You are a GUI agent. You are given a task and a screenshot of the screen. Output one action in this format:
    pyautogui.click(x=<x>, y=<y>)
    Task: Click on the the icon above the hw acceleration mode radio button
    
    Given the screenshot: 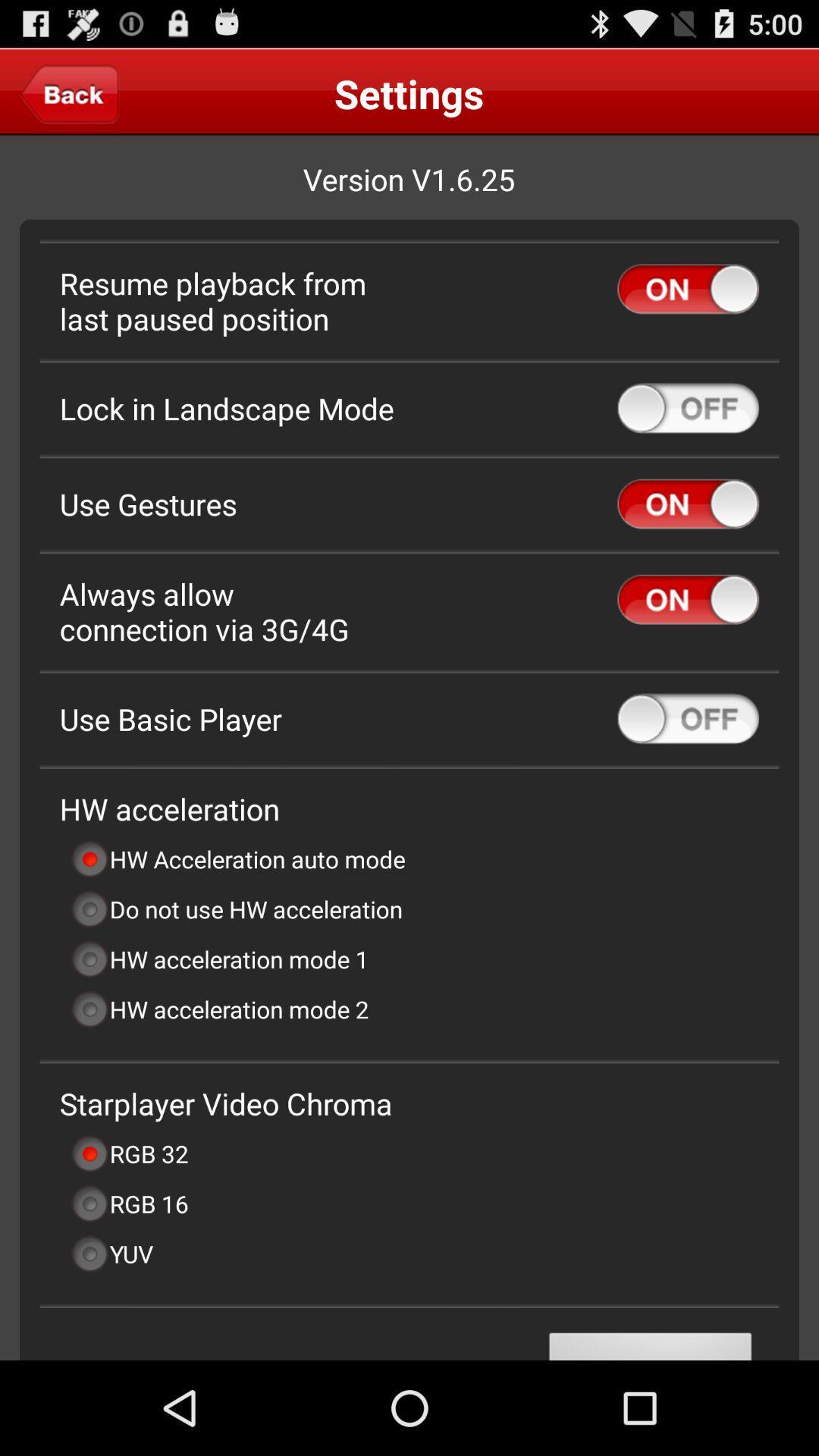 What is the action you would take?
    pyautogui.click(x=236, y=909)
    